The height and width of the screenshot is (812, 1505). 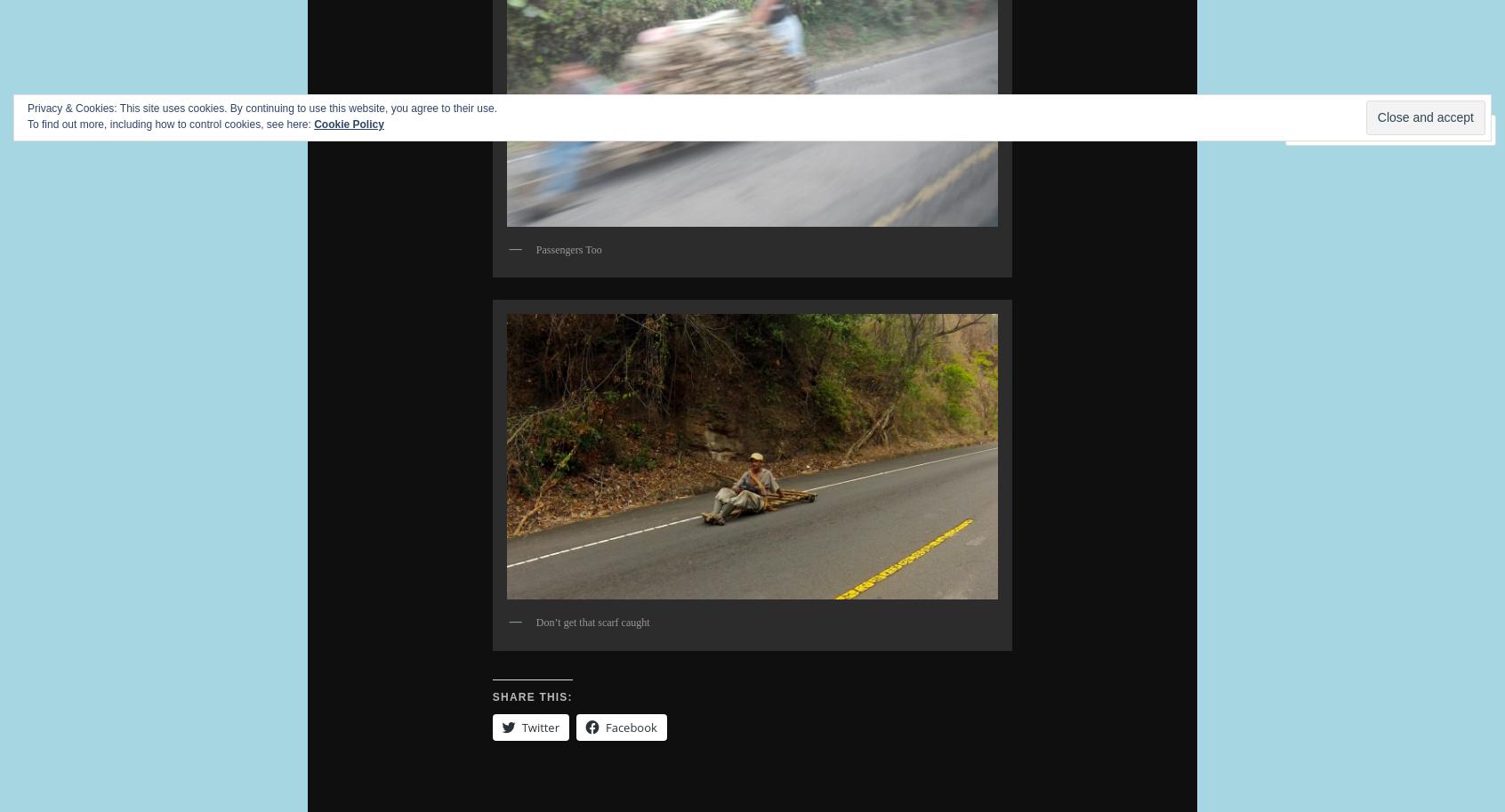 What do you see at coordinates (535, 622) in the screenshot?
I see `'Don’t get that scarf caught'` at bounding box center [535, 622].